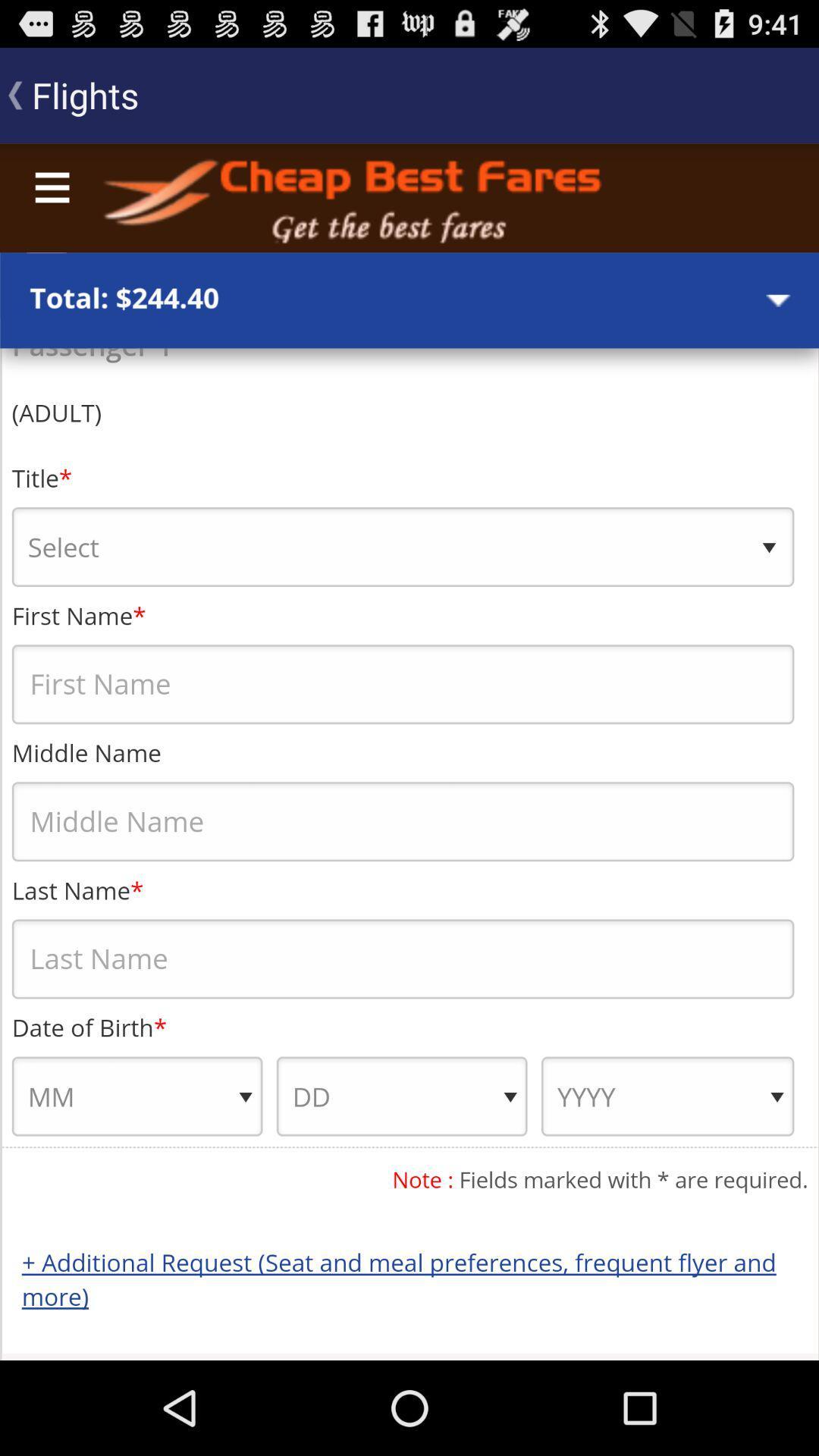  Describe the element at coordinates (409, 752) in the screenshot. I see `main window` at that location.